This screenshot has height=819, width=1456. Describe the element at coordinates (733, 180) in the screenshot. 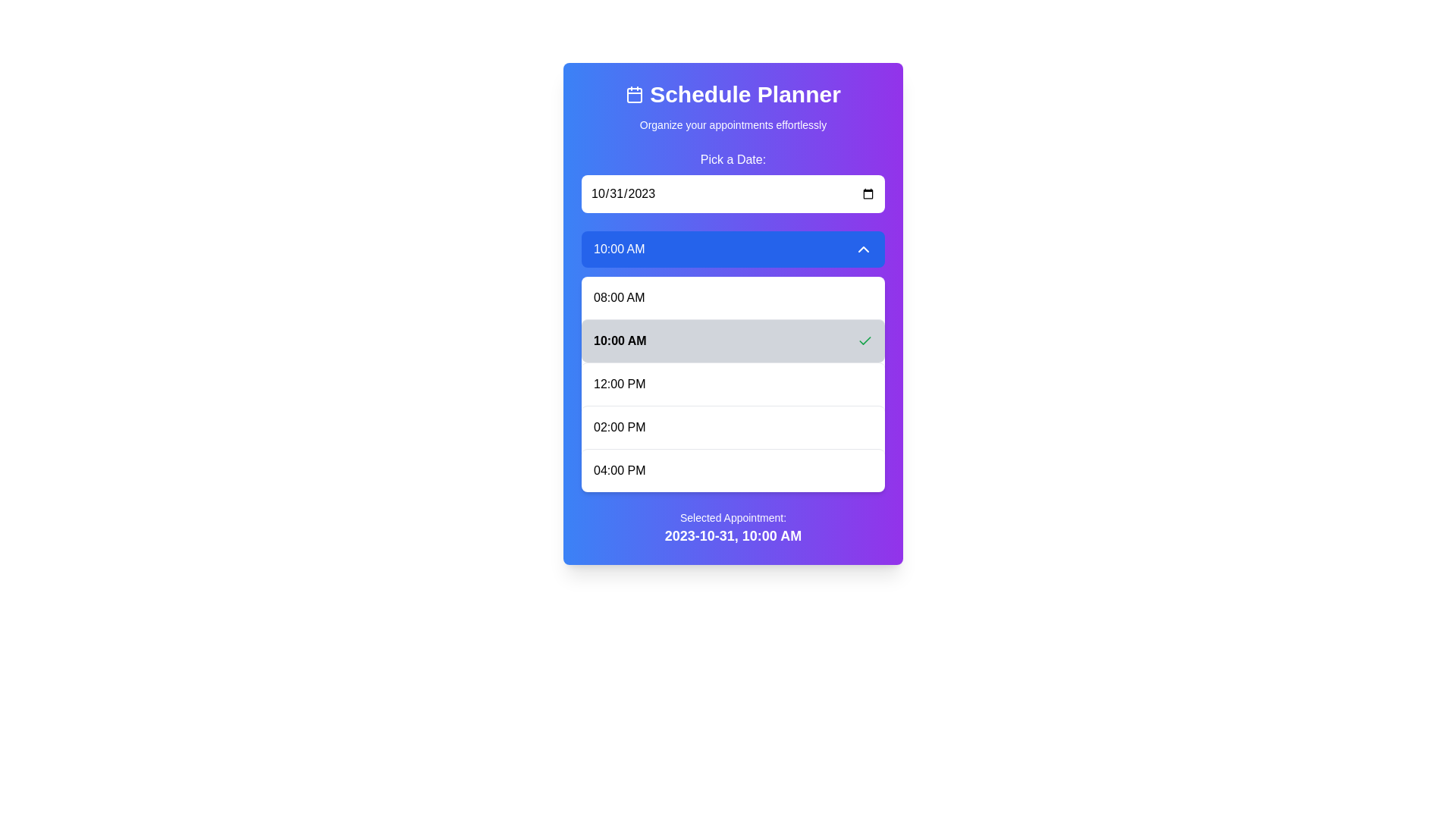

I see `the calendar icon next to the Date selection input field` at that location.